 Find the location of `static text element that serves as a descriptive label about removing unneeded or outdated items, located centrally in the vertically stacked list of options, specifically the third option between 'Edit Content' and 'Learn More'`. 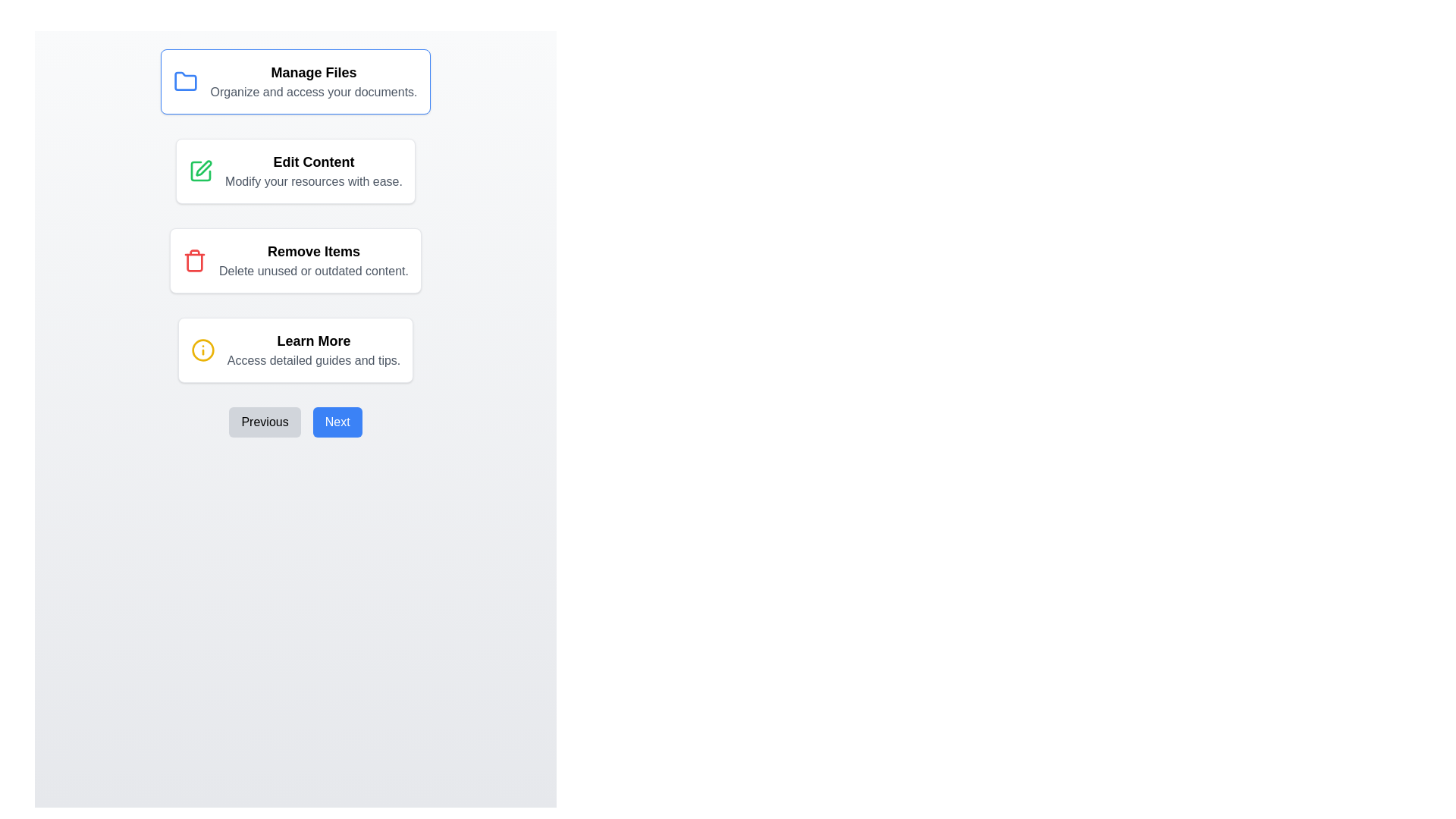

static text element that serves as a descriptive label about removing unneeded or outdated items, located centrally in the vertically stacked list of options, specifically the third option between 'Edit Content' and 'Learn More' is located at coordinates (312, 259).